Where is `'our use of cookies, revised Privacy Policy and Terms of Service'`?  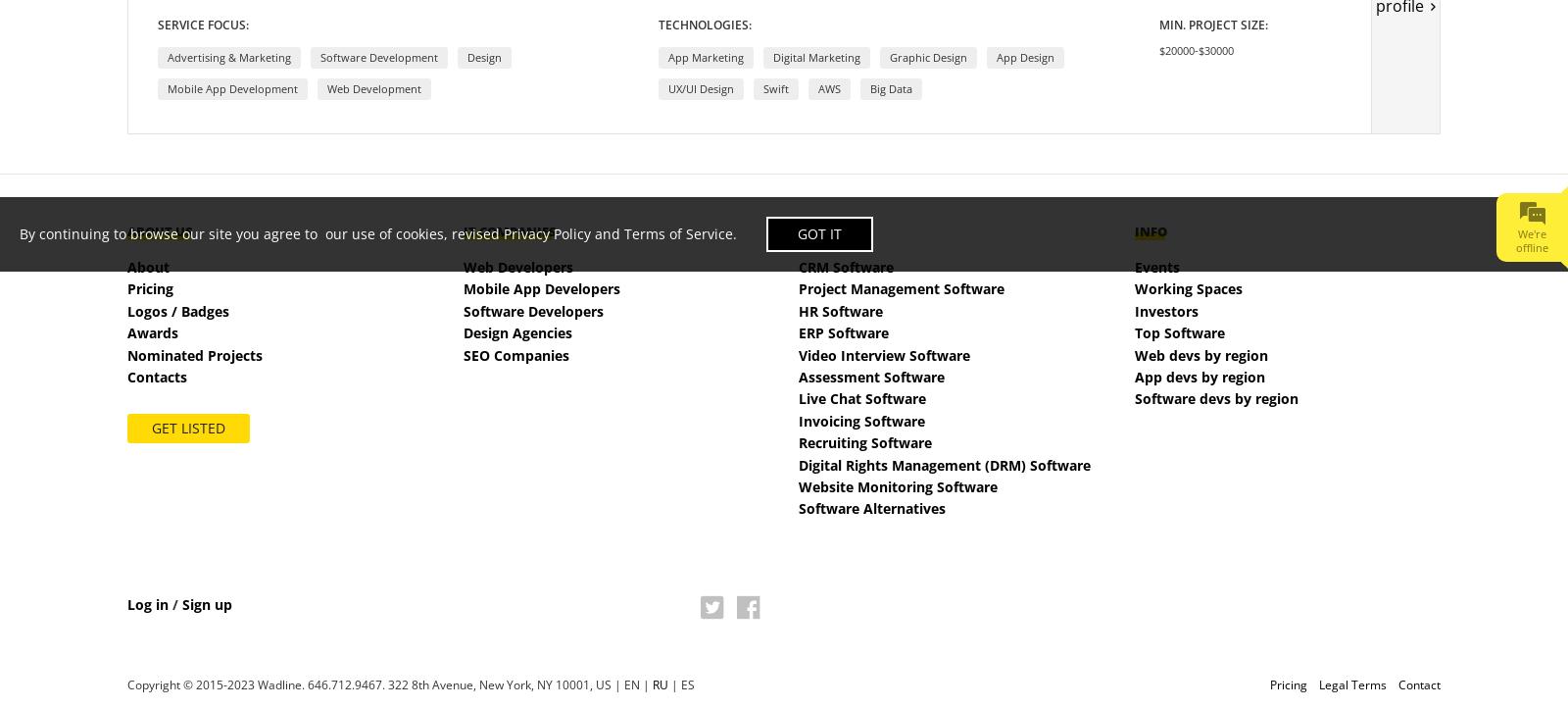 'our use of cookies, revised Privacy Policy and Terms of Service' is located at coordinates (528, 231).